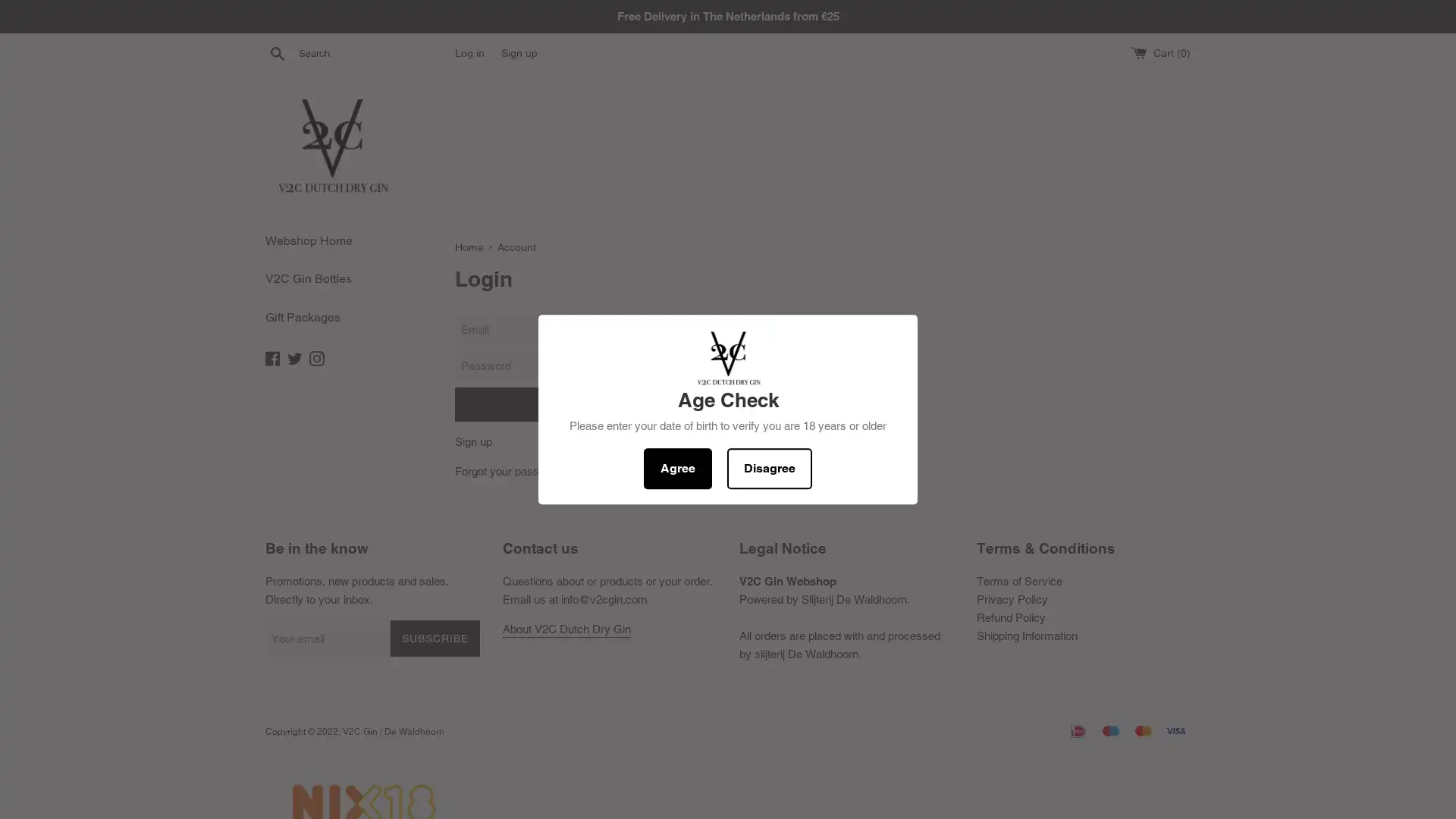  Describe the element at coordinates (433, 638) in the screenshot. I see `SUBSCRIBE` at that location.